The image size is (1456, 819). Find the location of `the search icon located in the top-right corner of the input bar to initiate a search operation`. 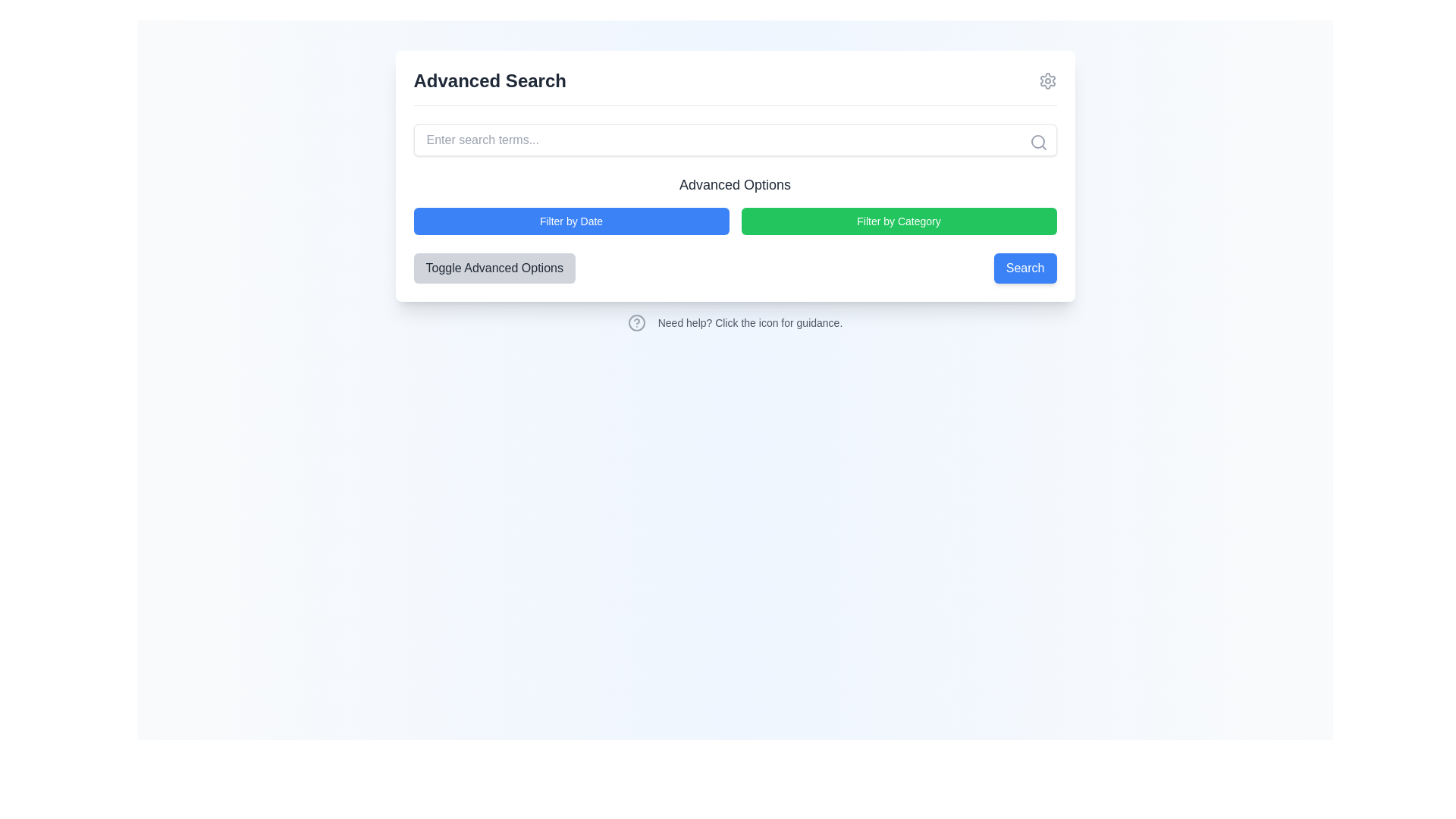

the search icon located in the top-right corner of the input bar to initiate a search operation is located at coordinates (1037, 143).